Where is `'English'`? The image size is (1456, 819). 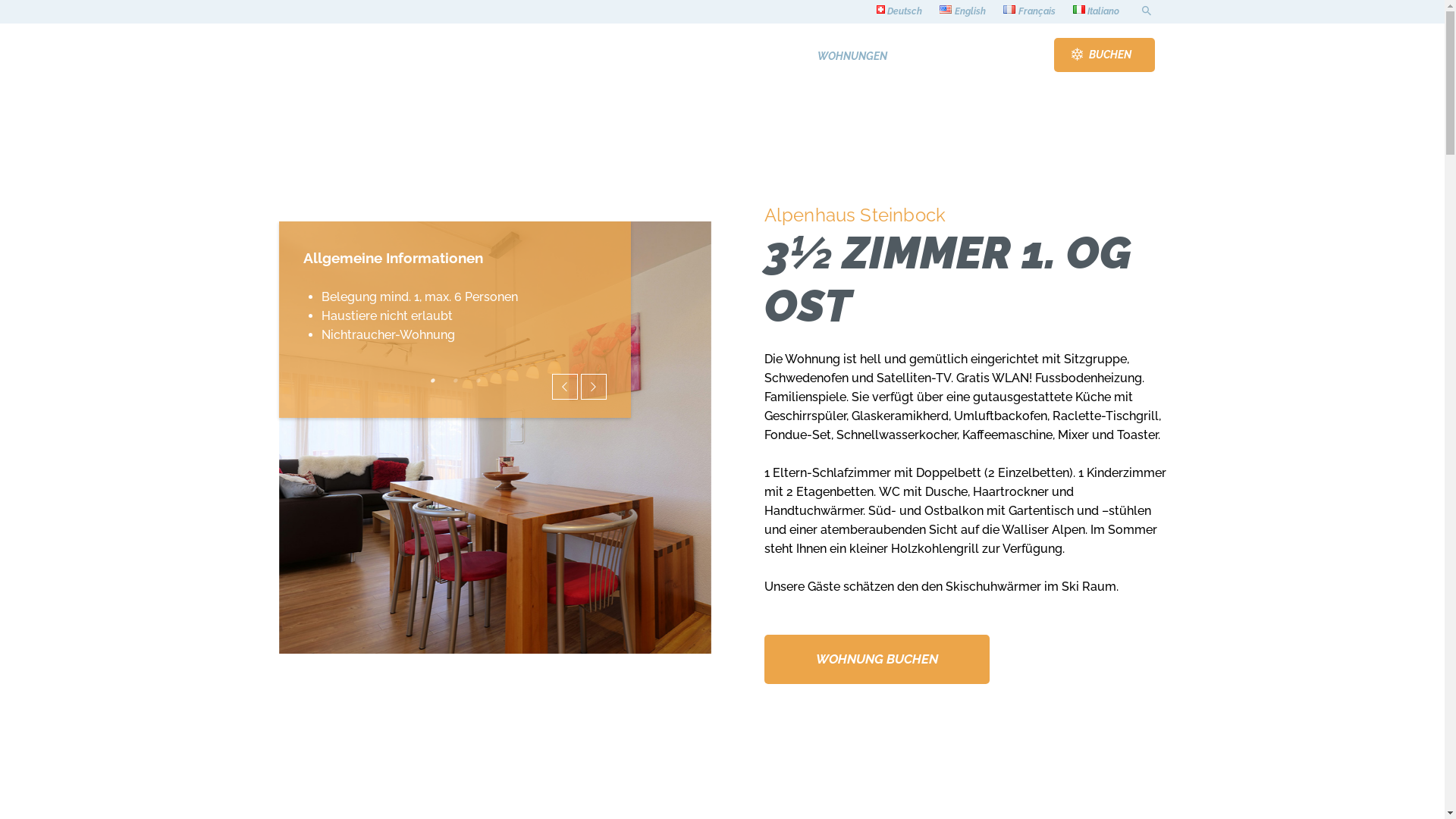
'English' is located at coordinates (938, 9).